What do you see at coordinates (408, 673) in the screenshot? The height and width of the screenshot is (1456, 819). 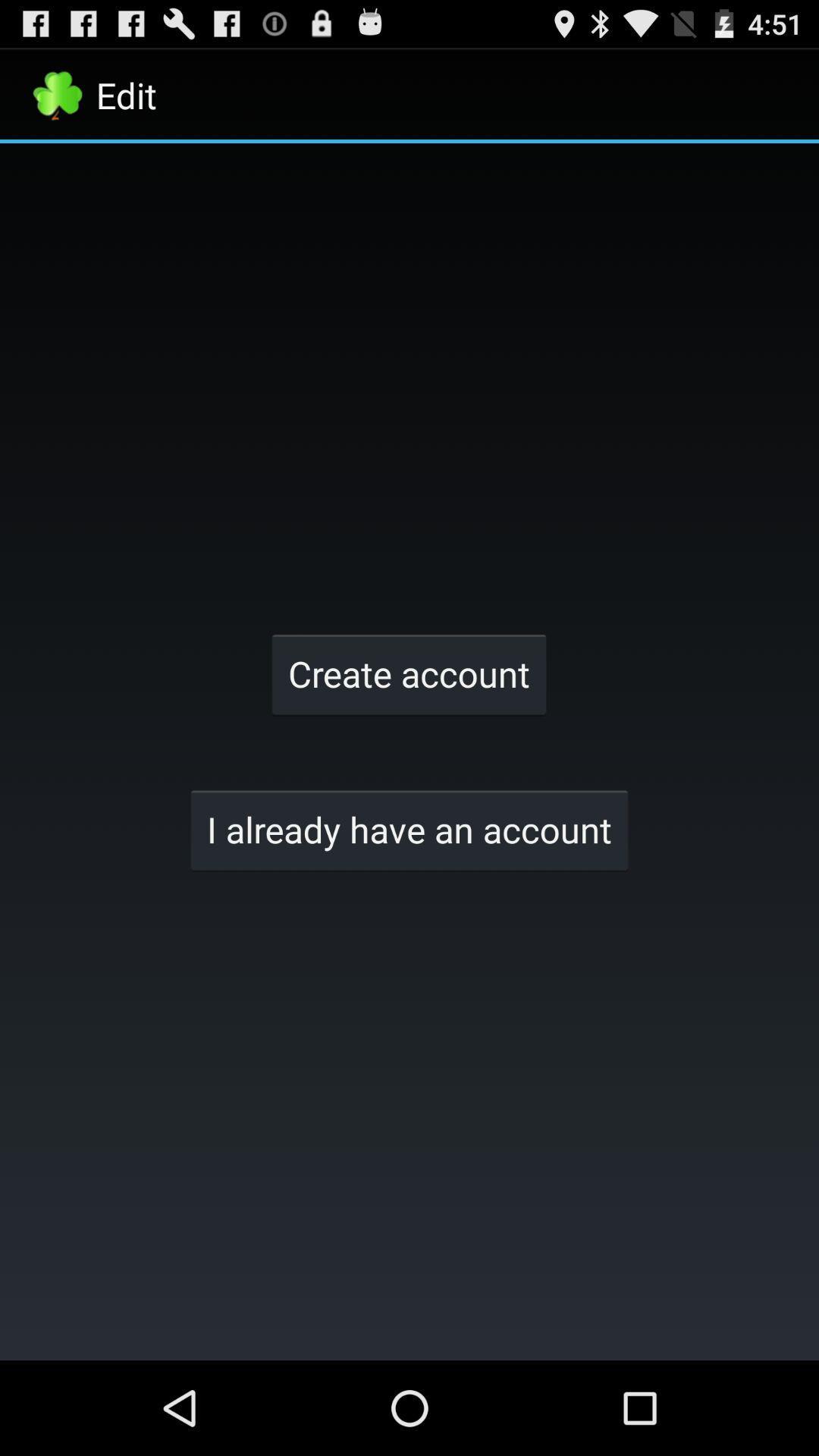 I see `the create account item` at bounding box center [408, 673].